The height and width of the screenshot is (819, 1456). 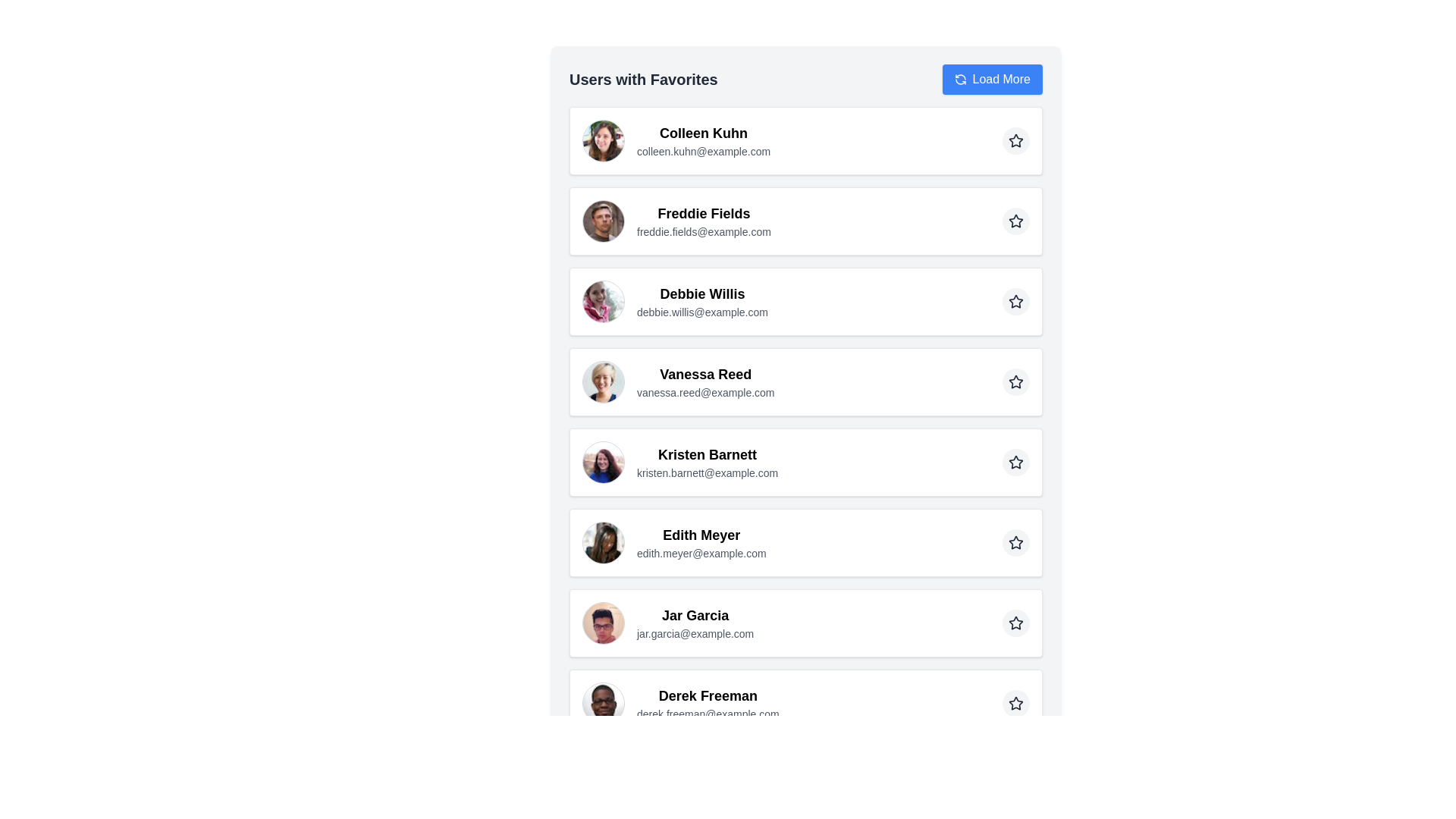 What do you see at coordinates (703, 221) in the screenshot?
I see `text content of the second entry in the 'Users with Favorites' section, which displays the name 'Freddie Fields' and the email 'freddie.fields@example.com'` at bounding box center [703, 221].